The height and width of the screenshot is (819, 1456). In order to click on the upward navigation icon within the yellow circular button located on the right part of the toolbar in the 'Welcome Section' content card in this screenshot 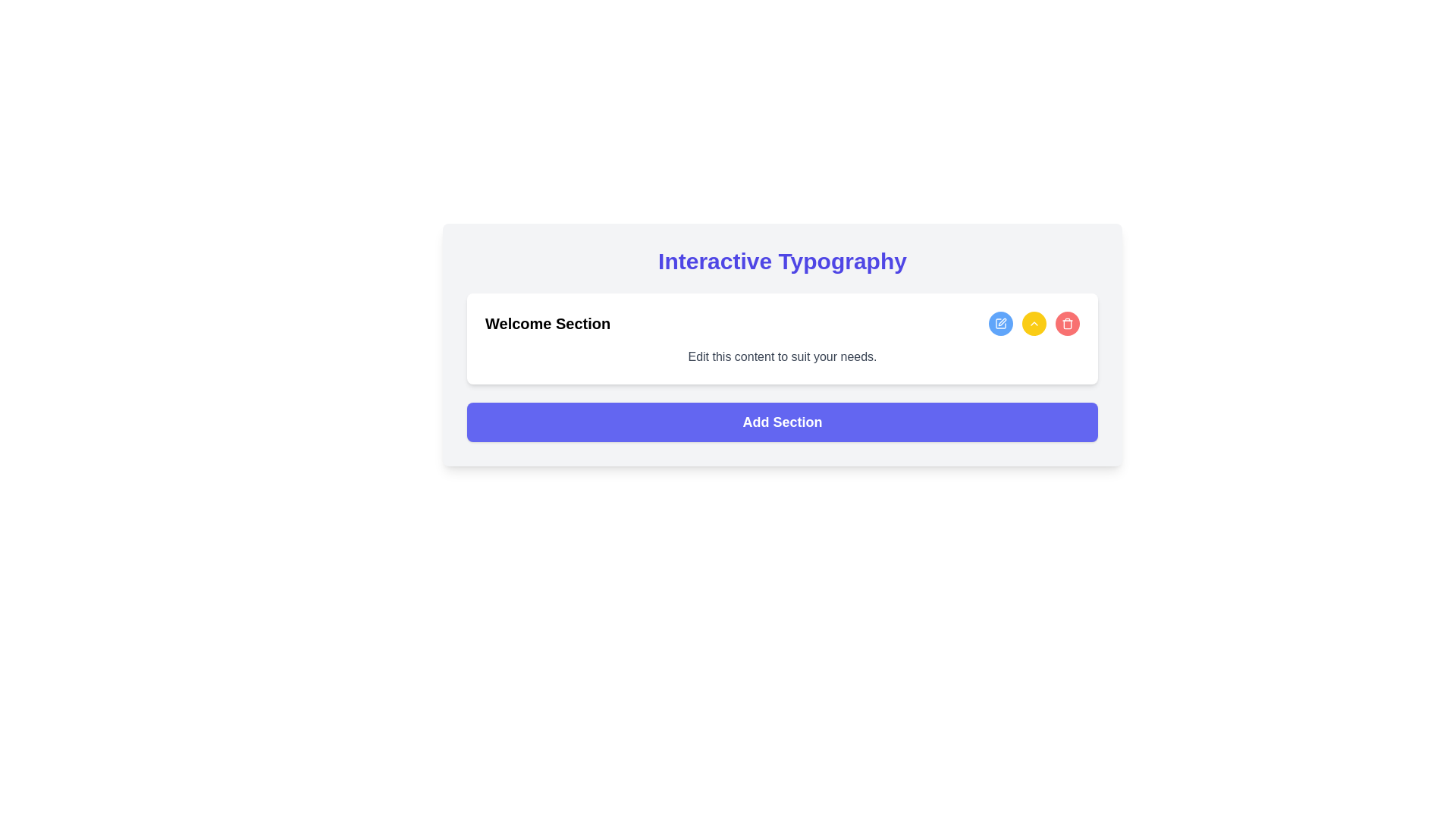, I will do `click(1033, 323)`.